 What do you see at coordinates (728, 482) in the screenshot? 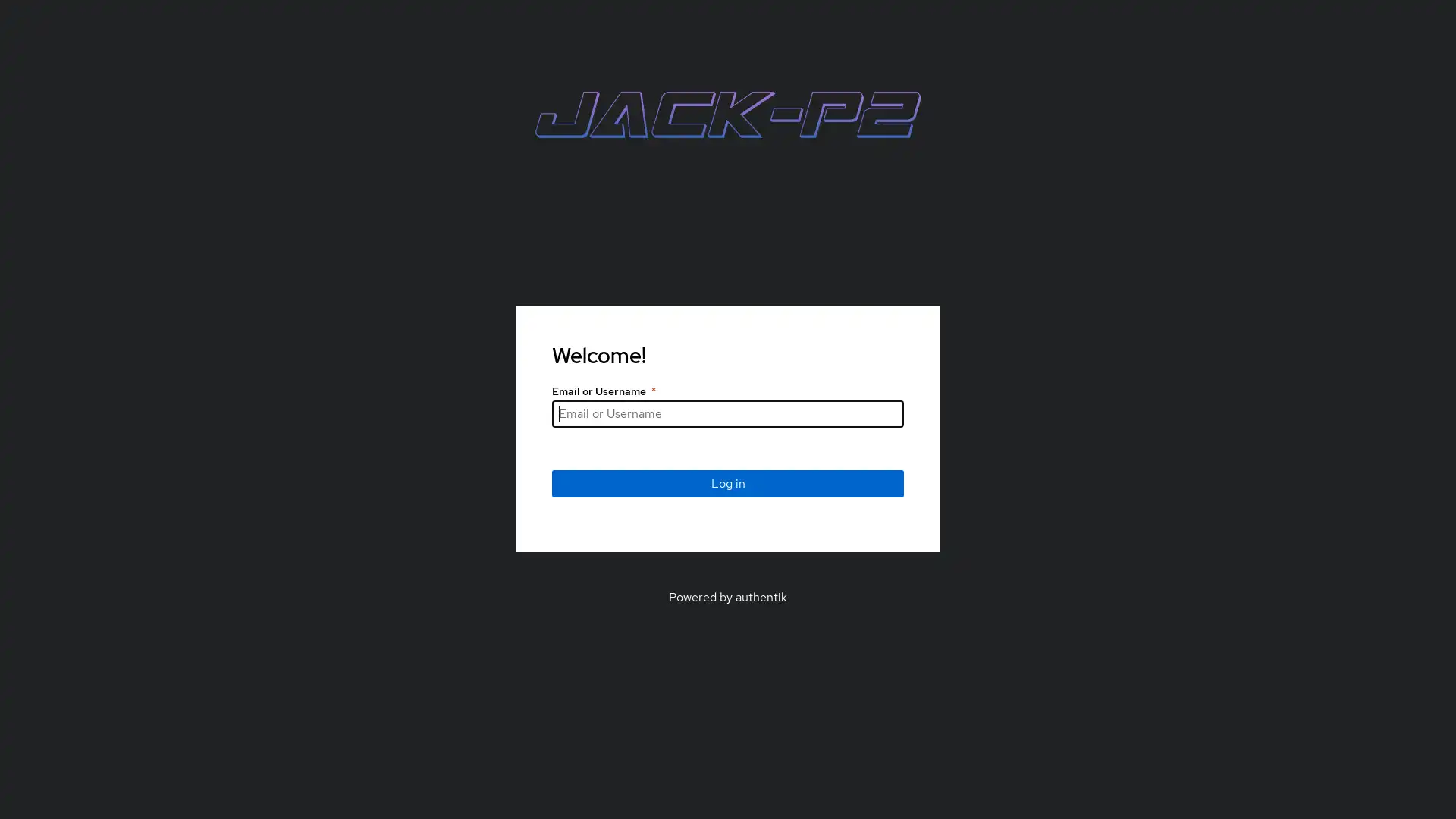
I see `Log in` at bounding box center [728, 482].